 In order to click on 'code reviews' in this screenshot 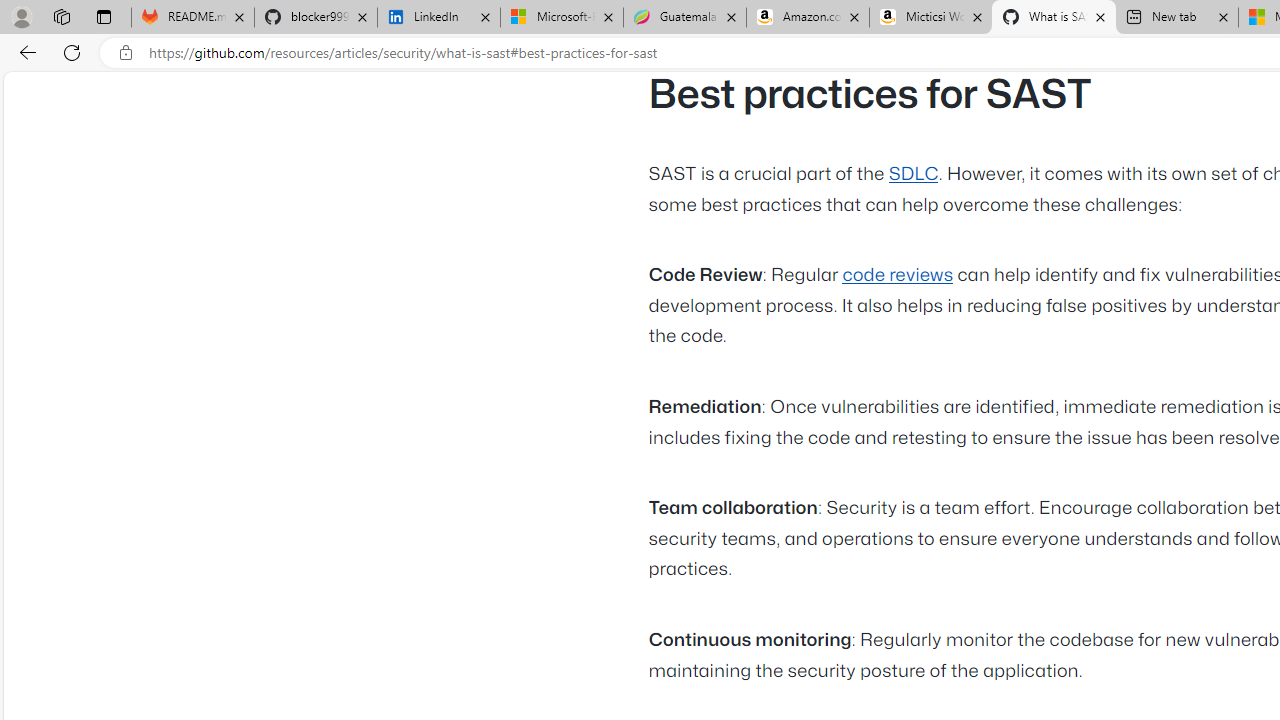, I will do `click(896, 276)`.